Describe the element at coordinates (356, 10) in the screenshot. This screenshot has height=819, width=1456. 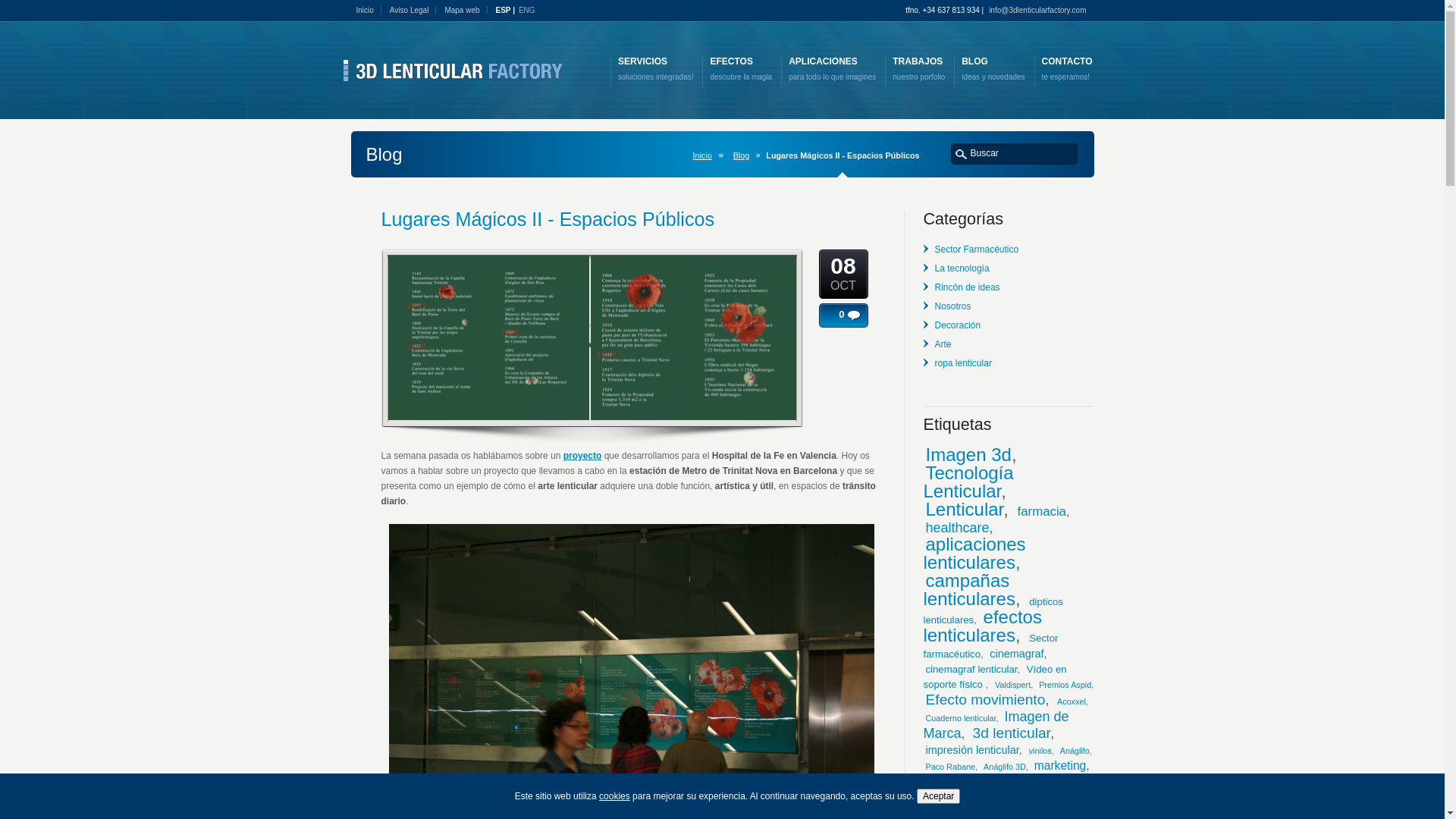
I see `'Inicio'` at that location.